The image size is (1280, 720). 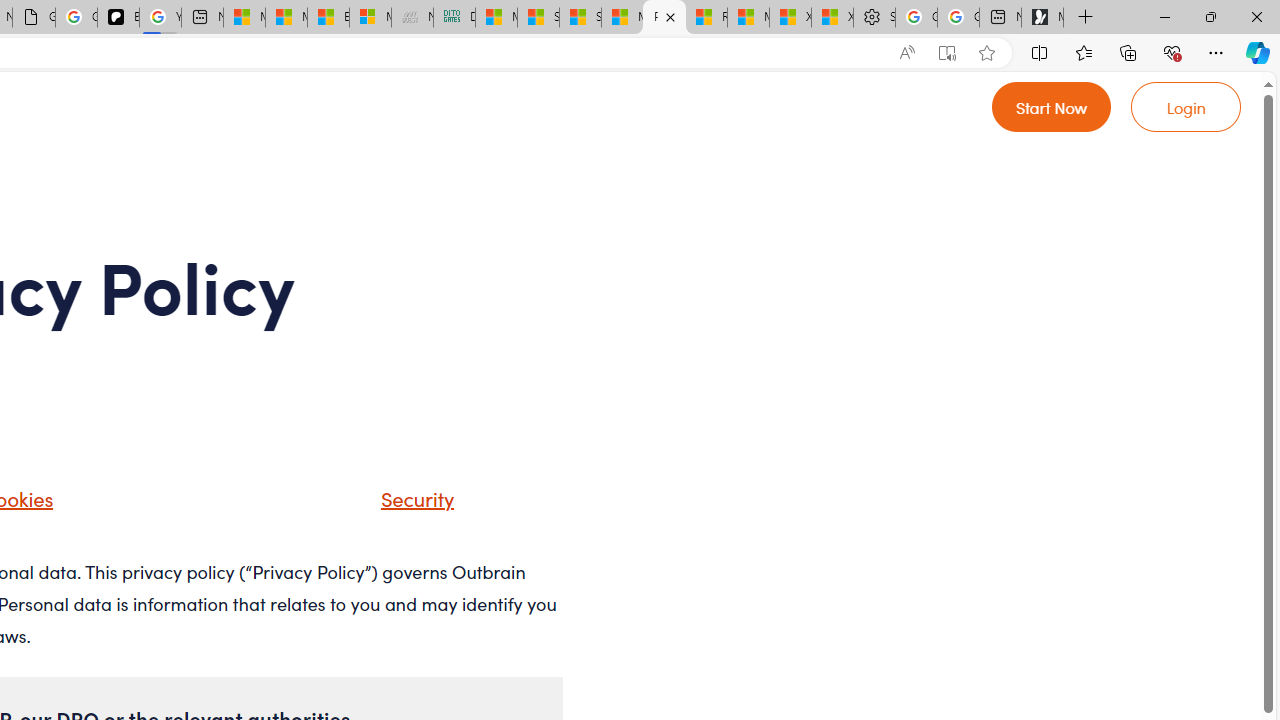 I want to click on 'Security', so click(x=411, y=496).